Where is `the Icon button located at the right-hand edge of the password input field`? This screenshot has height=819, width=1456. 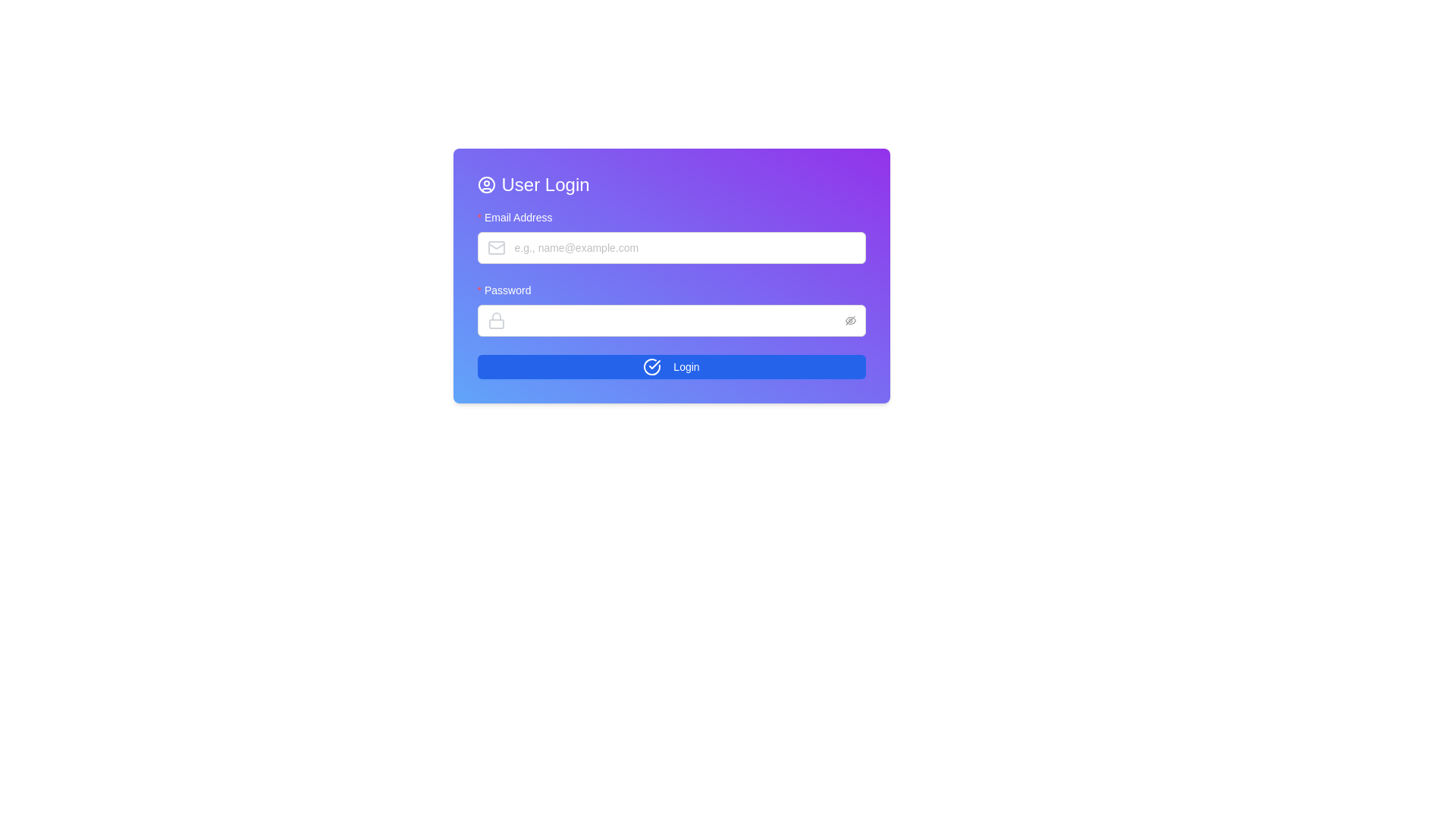
the Icon button located at the right-hand edge of the password input field is located at coordinates (850, 320).